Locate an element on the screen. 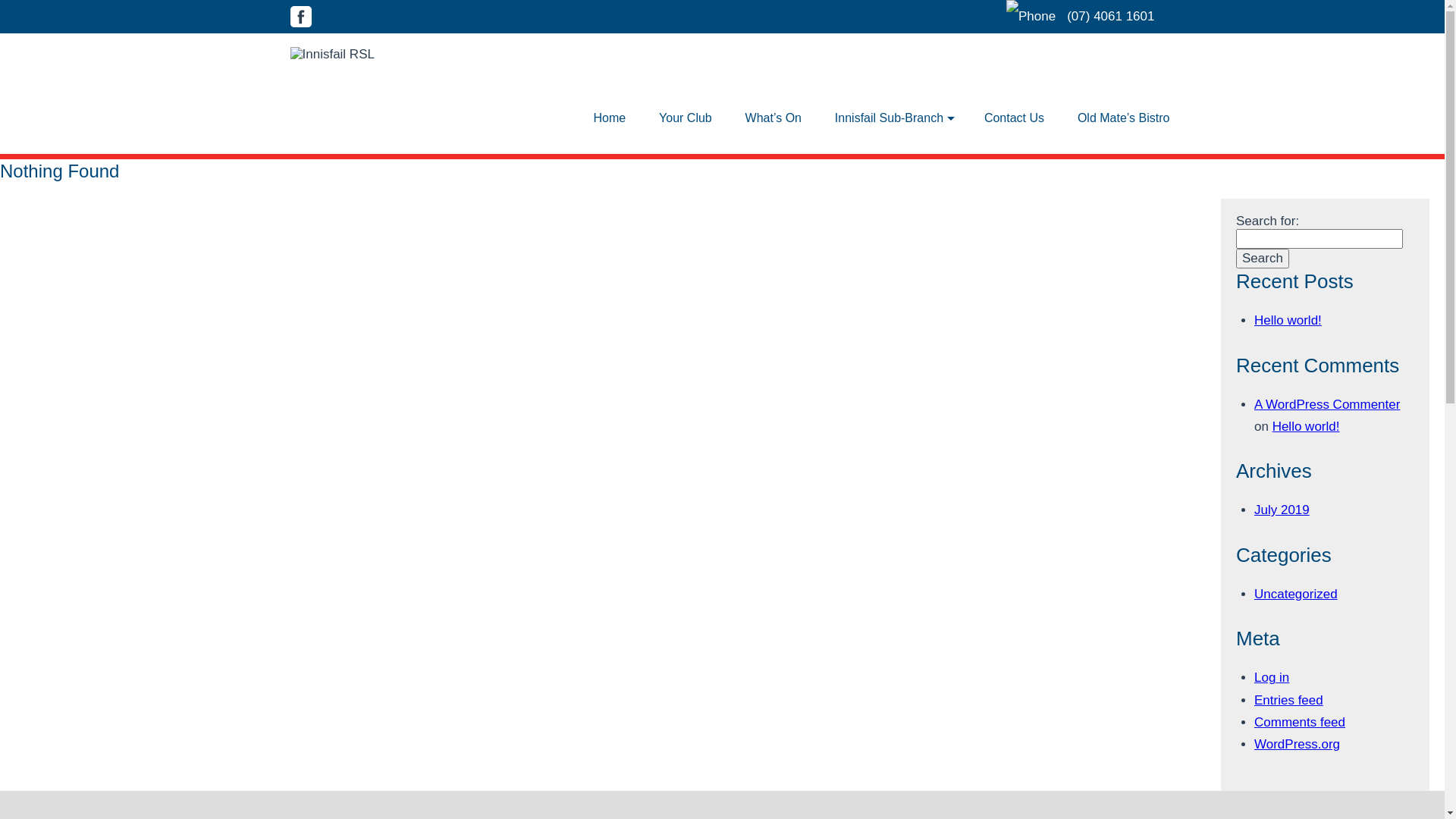  'Log in' is located at coordinates (1271, 676).